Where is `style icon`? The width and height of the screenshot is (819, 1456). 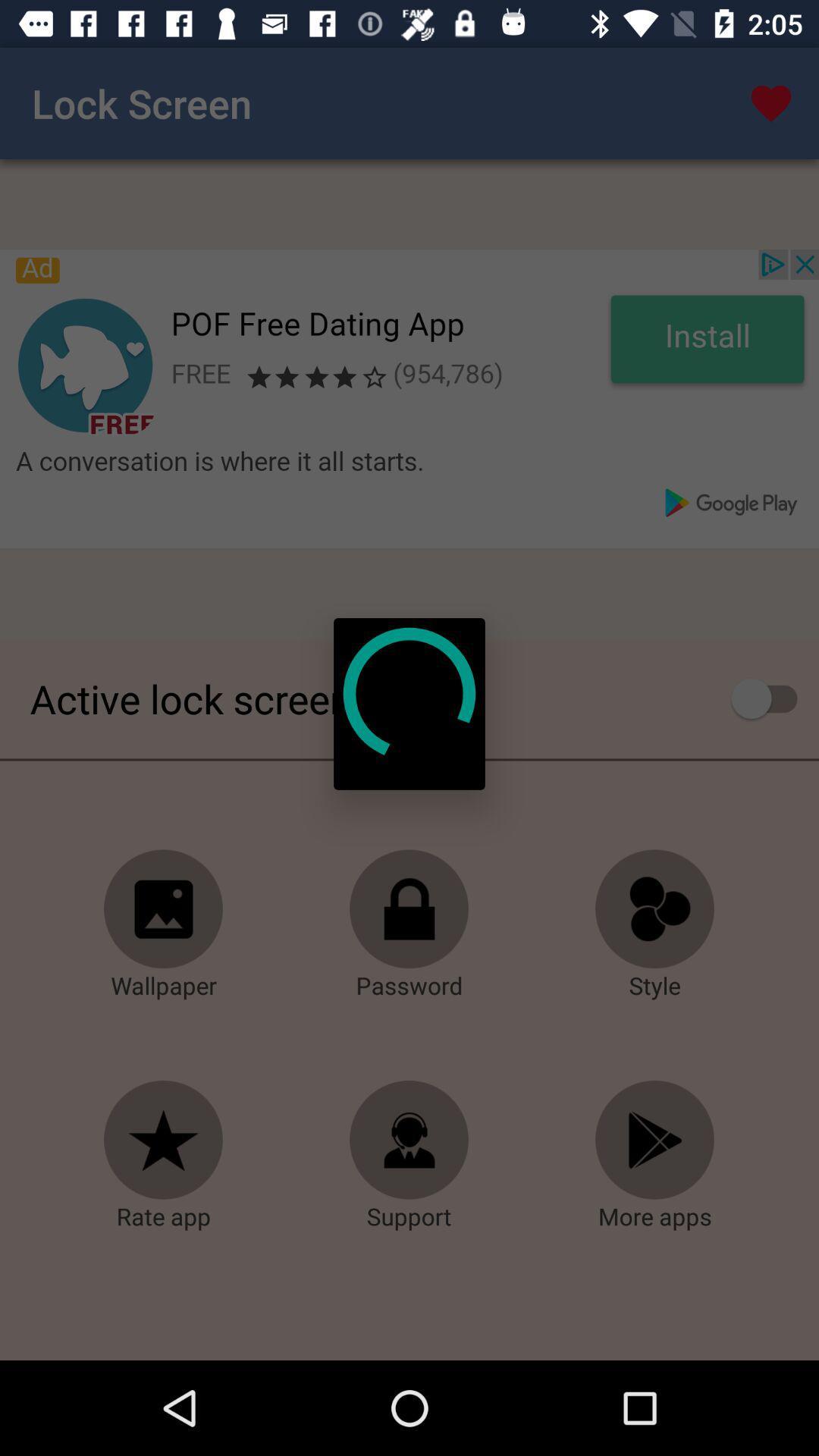
style icon is located at coordinates (654, 909).